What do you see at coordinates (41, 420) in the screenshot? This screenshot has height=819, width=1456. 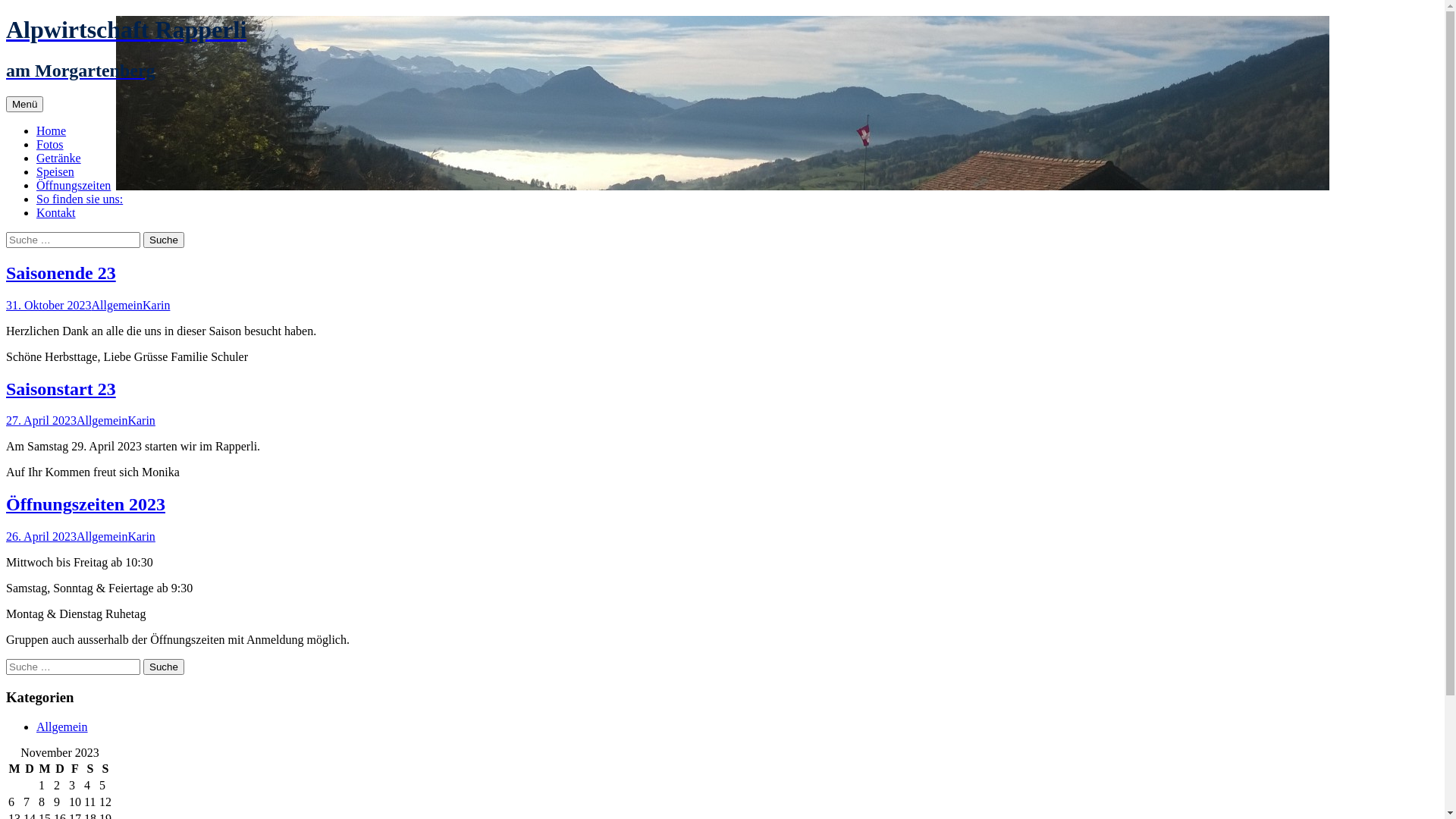 I see `'27. April 2023'` at bounding box center [41, 420].